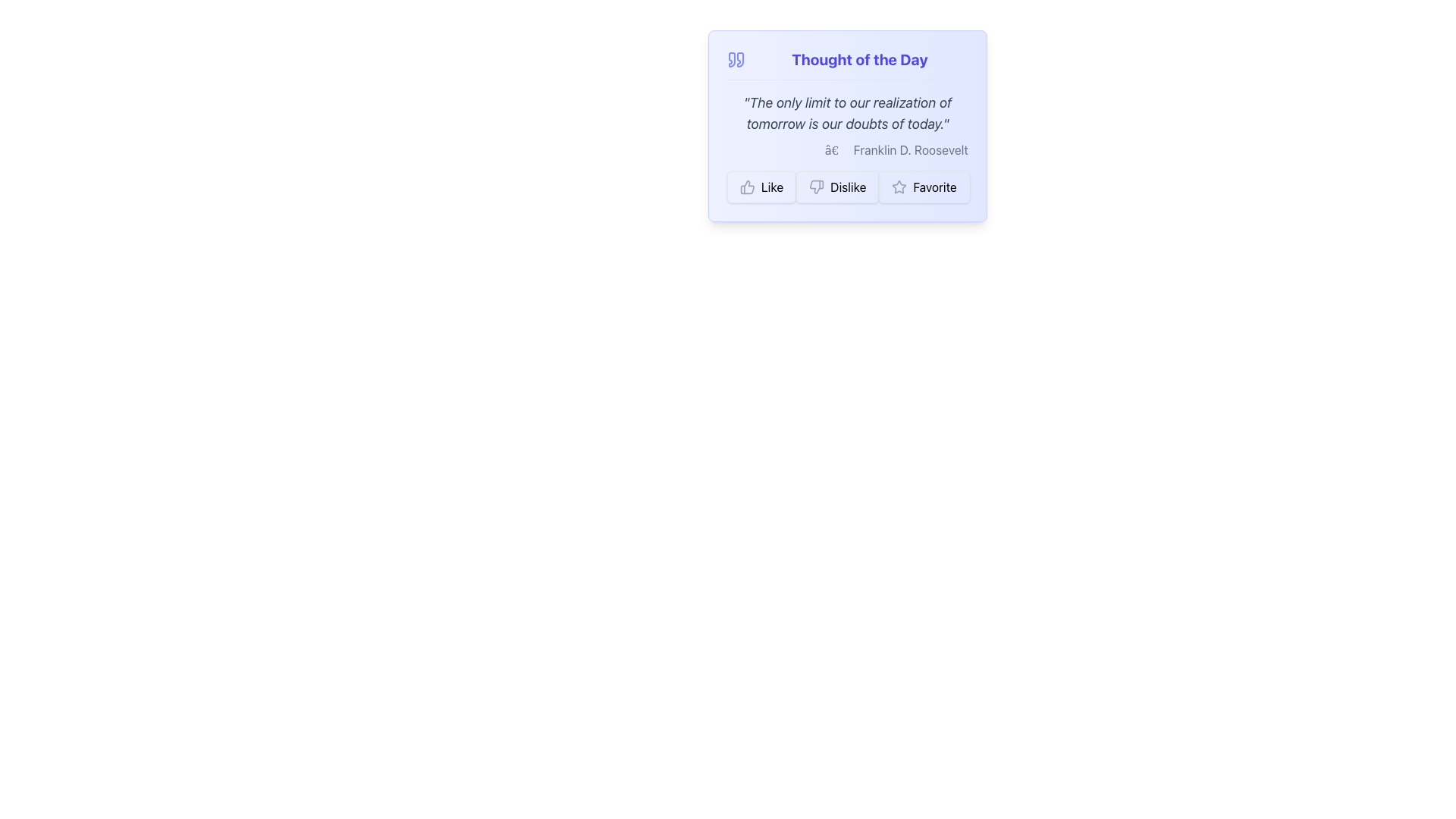 The image size is (1456, 819). I want to click on the 'Dislike' button, which is a rectangular button with rounded corners, featuring a thumb-down icon and the text 'Dislike', located below the 'Thought of the Day' content box, so click(836, 186).